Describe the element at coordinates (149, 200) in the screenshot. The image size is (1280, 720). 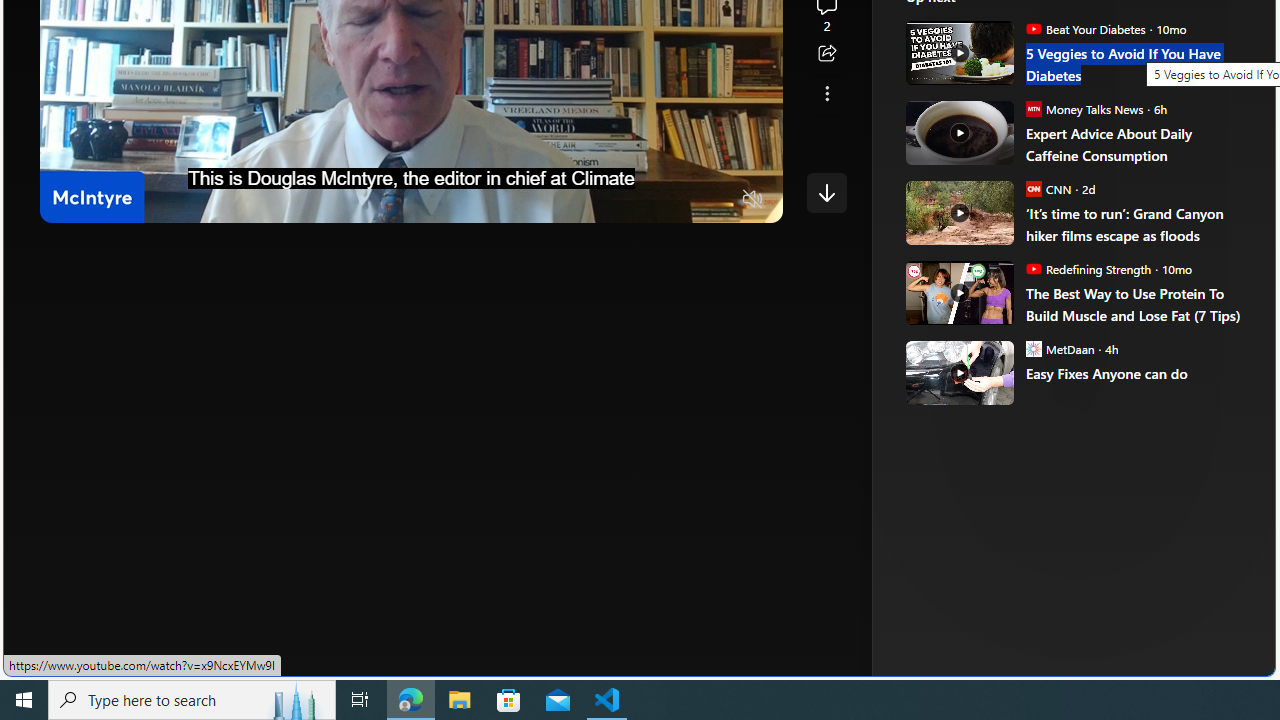
I see `'Seek Forward'` at that location.